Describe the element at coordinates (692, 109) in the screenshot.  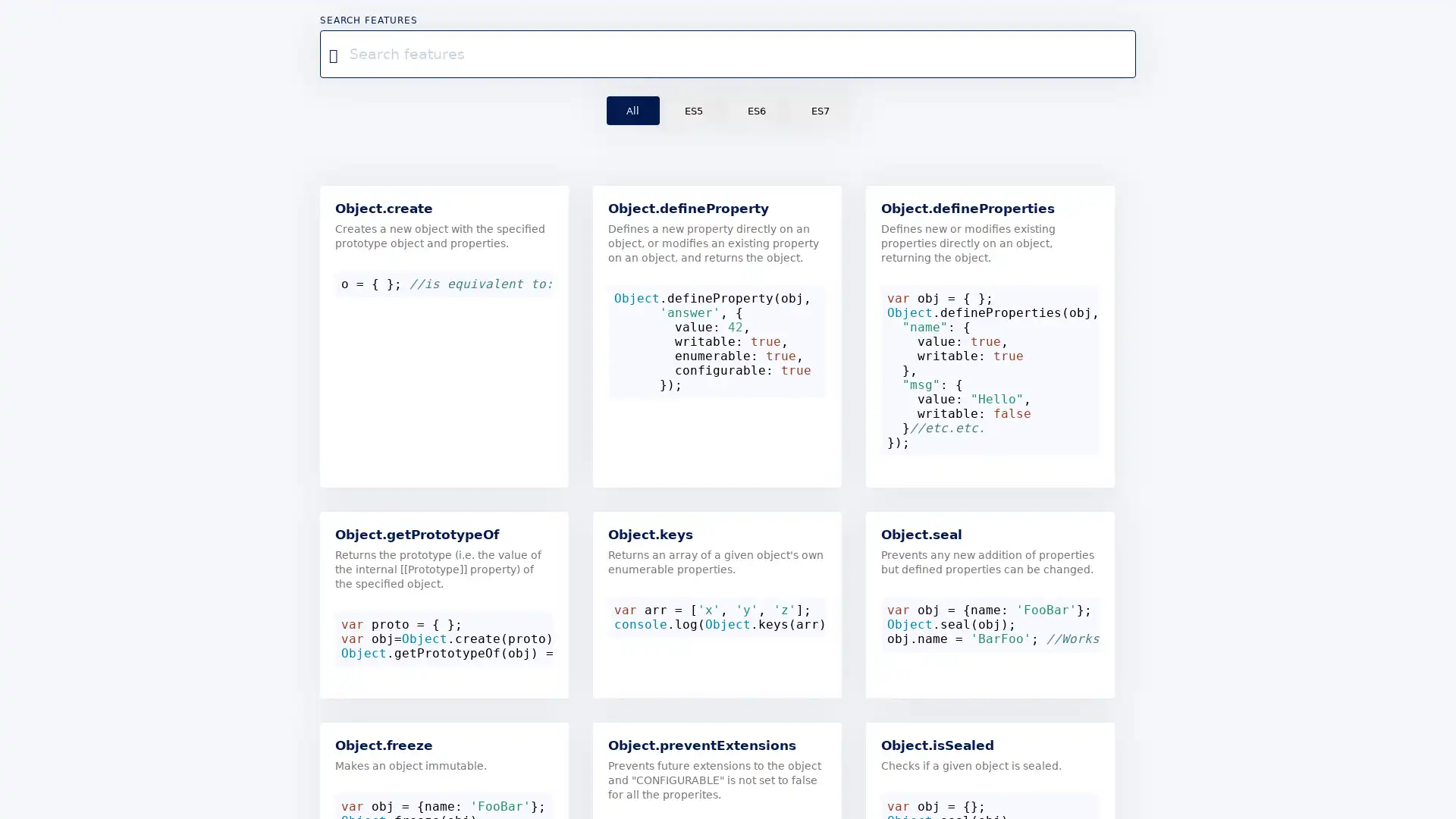
I see `ES5` at that location.